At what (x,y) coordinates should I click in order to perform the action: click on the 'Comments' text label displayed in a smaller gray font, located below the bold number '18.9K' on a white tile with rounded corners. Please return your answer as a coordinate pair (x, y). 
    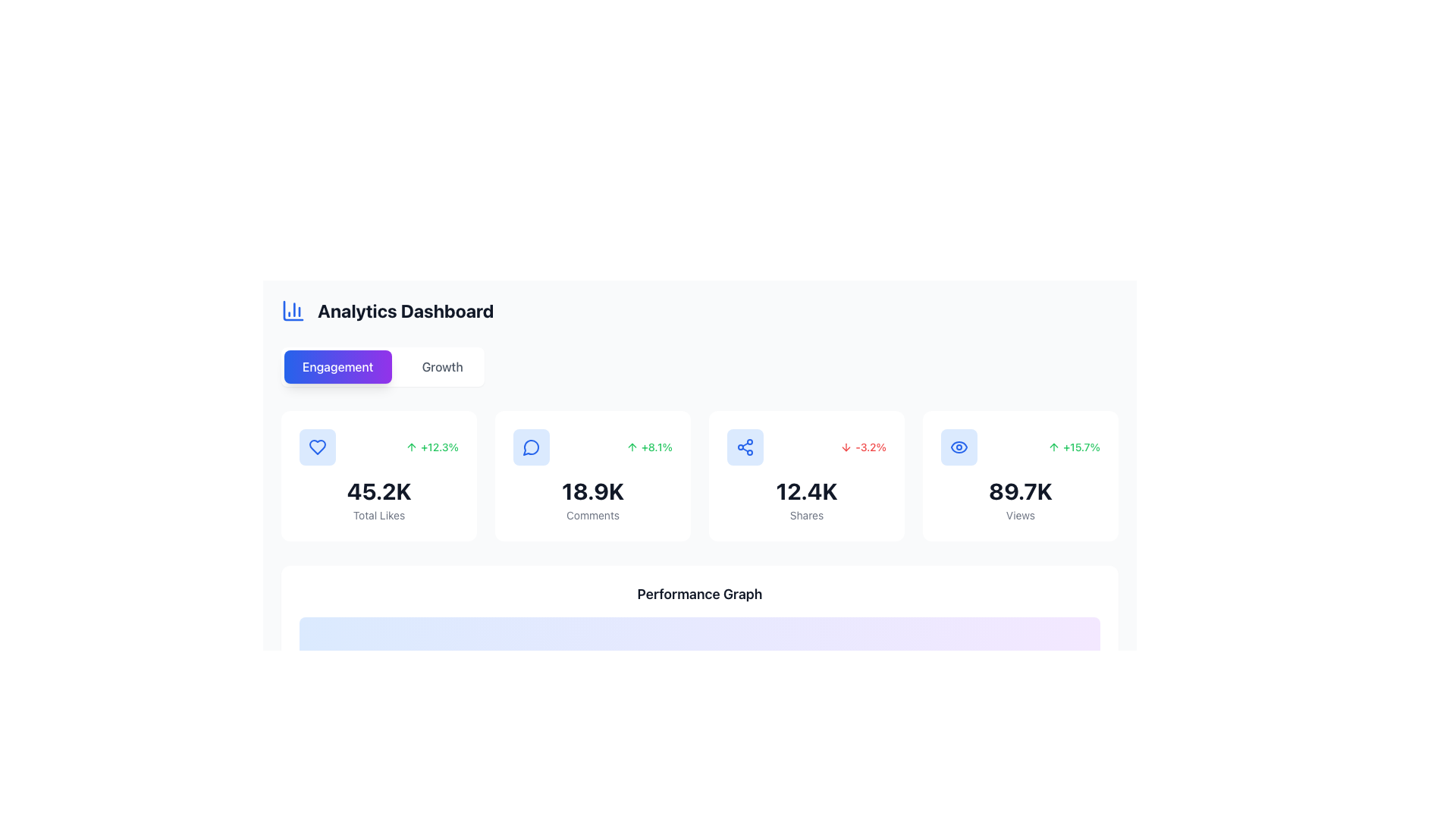
    Looking at the image, I should click on (592, 514).